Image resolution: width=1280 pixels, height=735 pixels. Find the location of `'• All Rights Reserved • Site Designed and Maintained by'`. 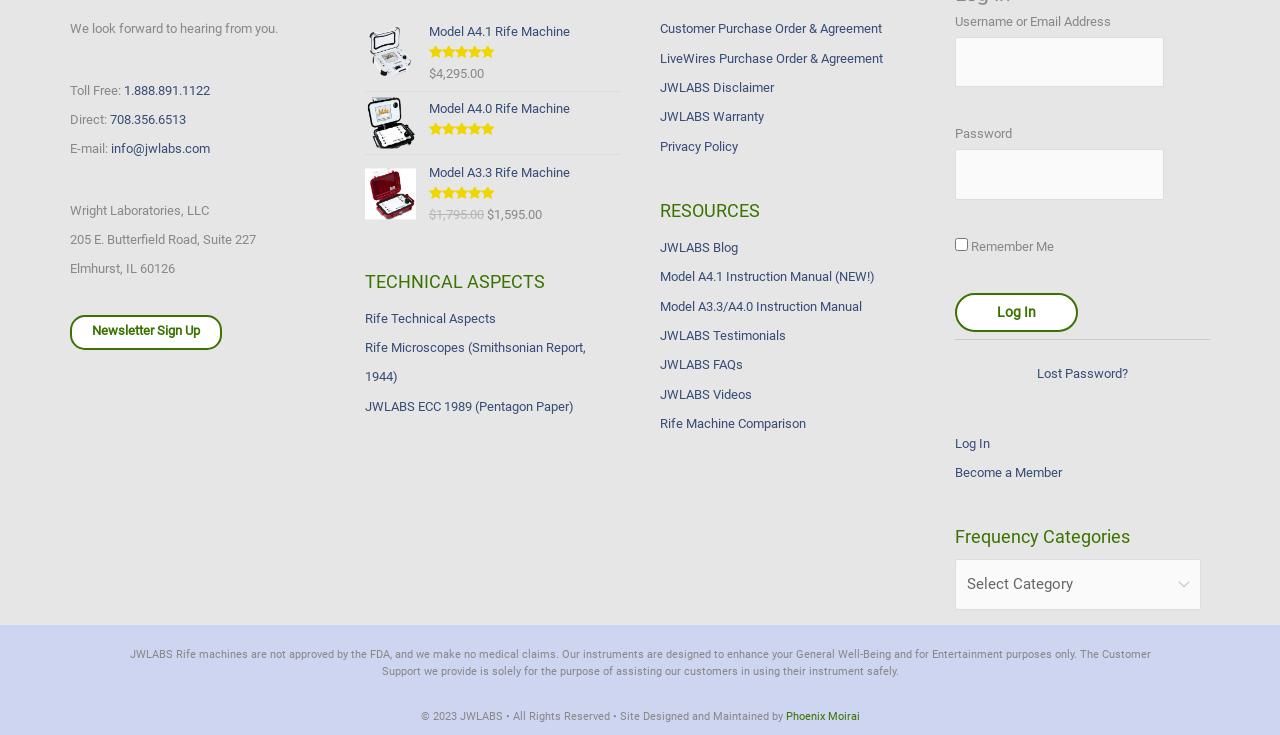

'• All Rights Reserved • Site Designed and Maintained by' is located at coordinates (643, 716).